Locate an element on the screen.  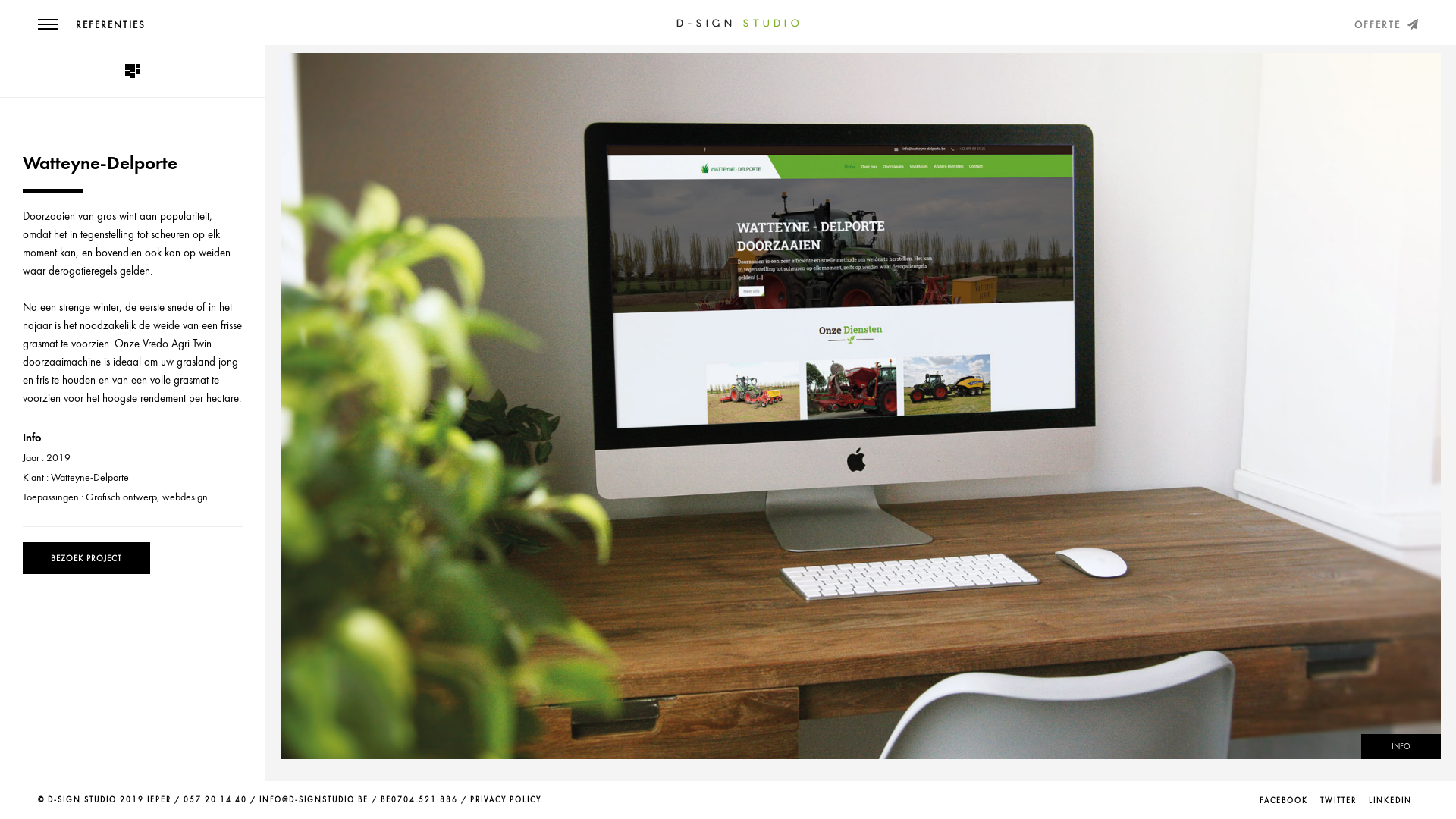
'PRIVACY POLICY' is located at coordinates (505, 799).